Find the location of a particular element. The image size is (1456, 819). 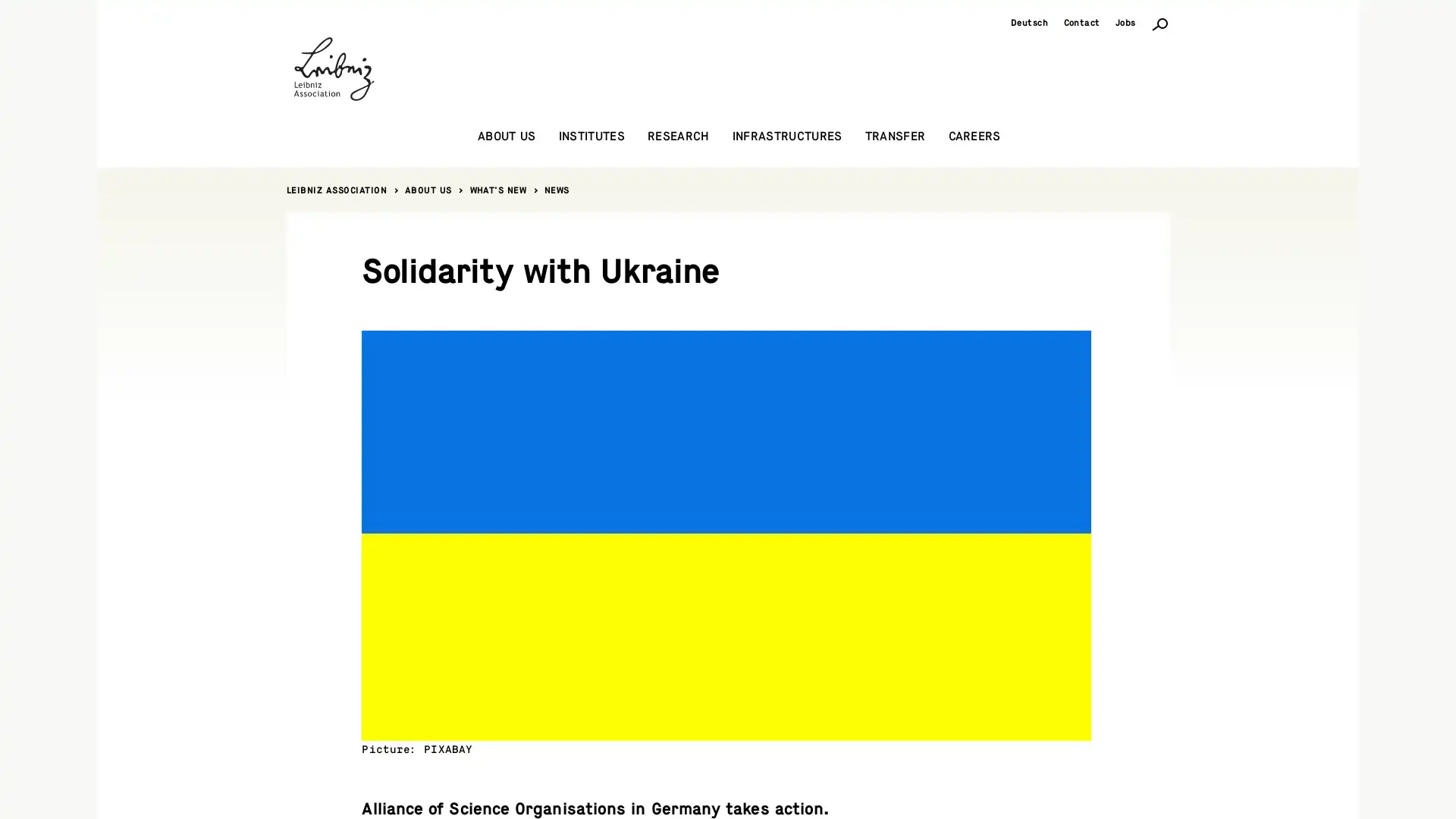

INFRASTRUCTURES is located at coordinates (786, 136).